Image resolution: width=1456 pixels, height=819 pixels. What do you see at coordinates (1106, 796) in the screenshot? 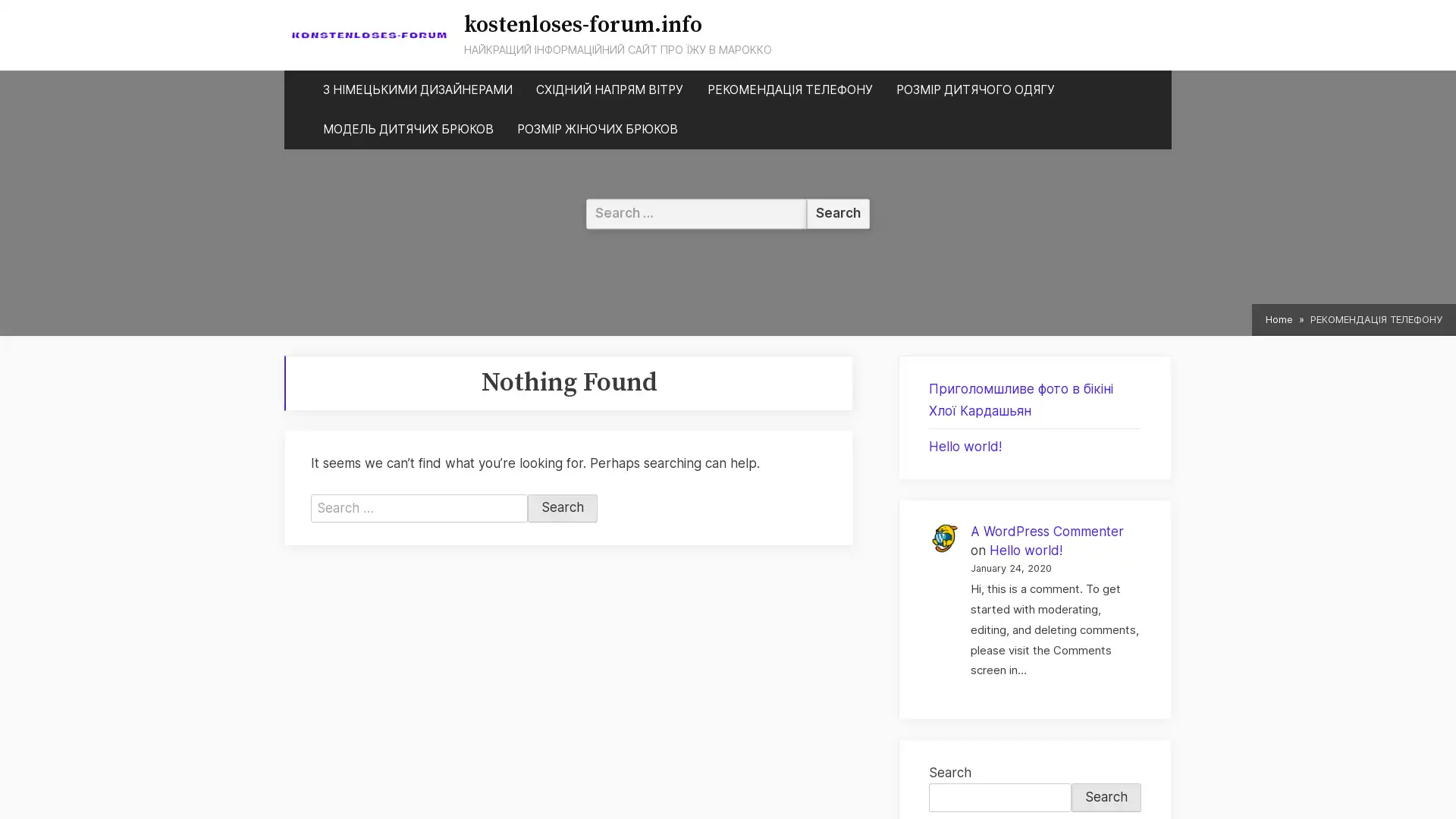
I see `Search` at bounding box center [1106, 796].